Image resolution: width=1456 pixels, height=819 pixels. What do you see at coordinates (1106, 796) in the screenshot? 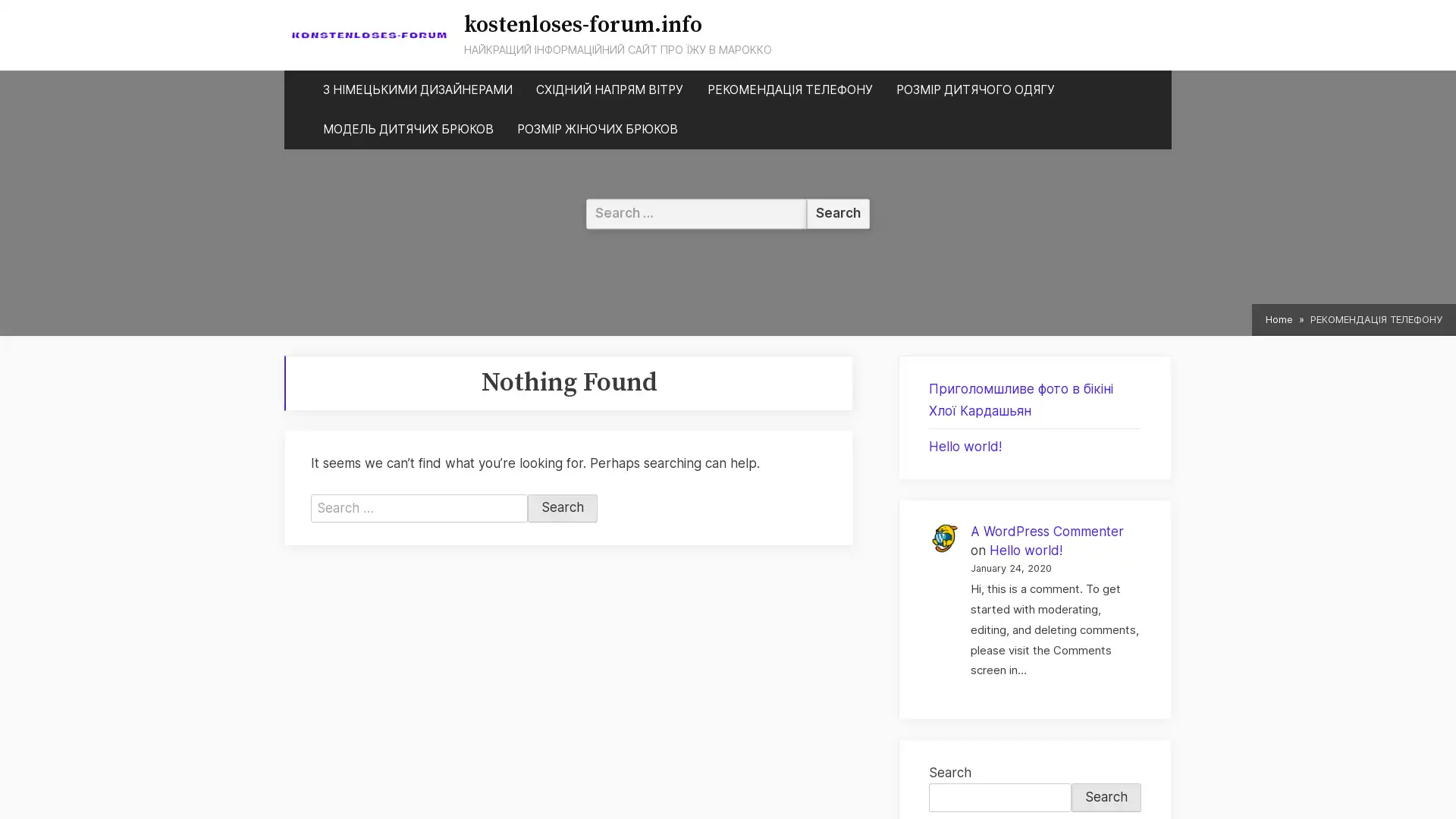
I see `Search` at bounding box center [1106, 796].